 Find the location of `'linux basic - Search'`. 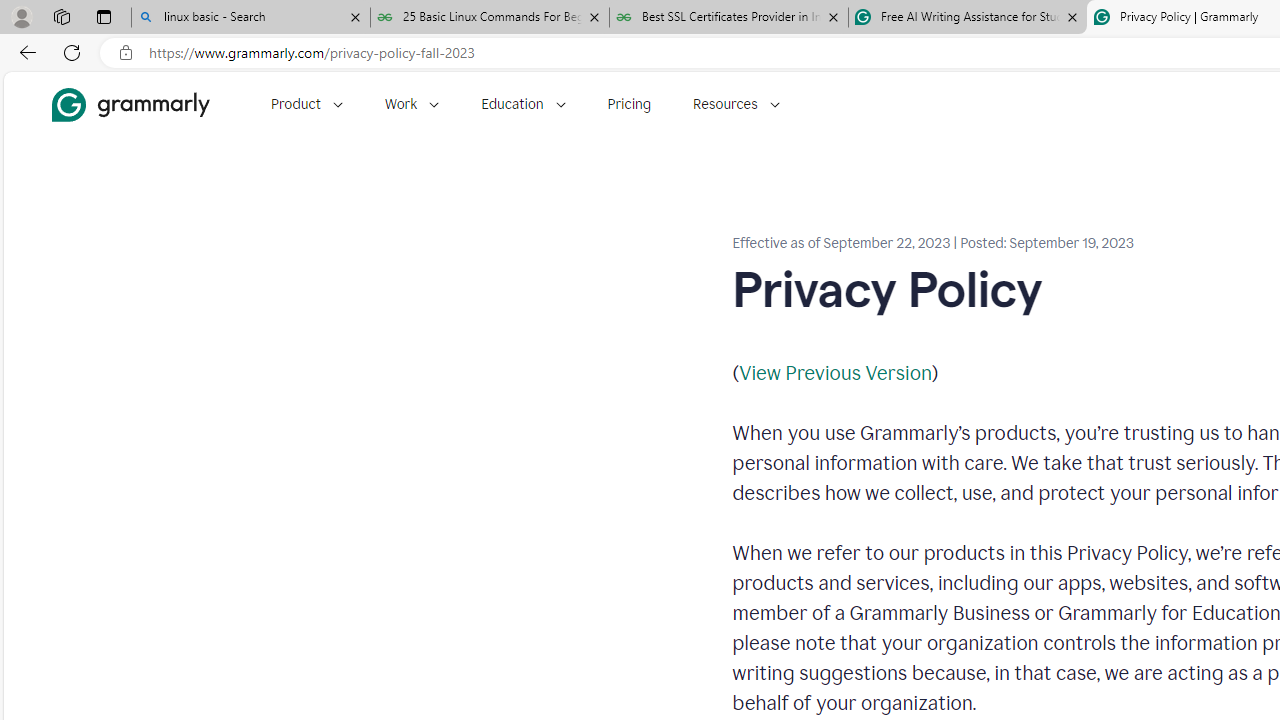

'linux basic - Search' is located at coordinates (249, 17).